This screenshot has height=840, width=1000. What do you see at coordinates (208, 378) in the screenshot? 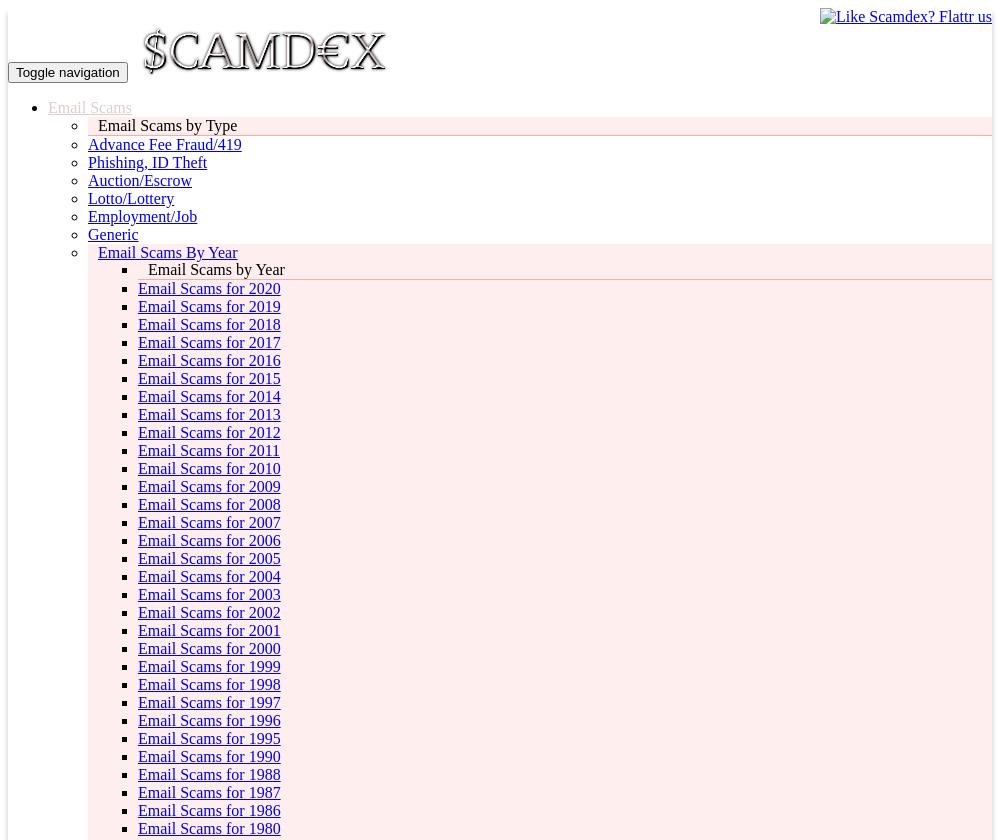
I see `'Email Scams for 2015'` at bounding box center [208, 378].